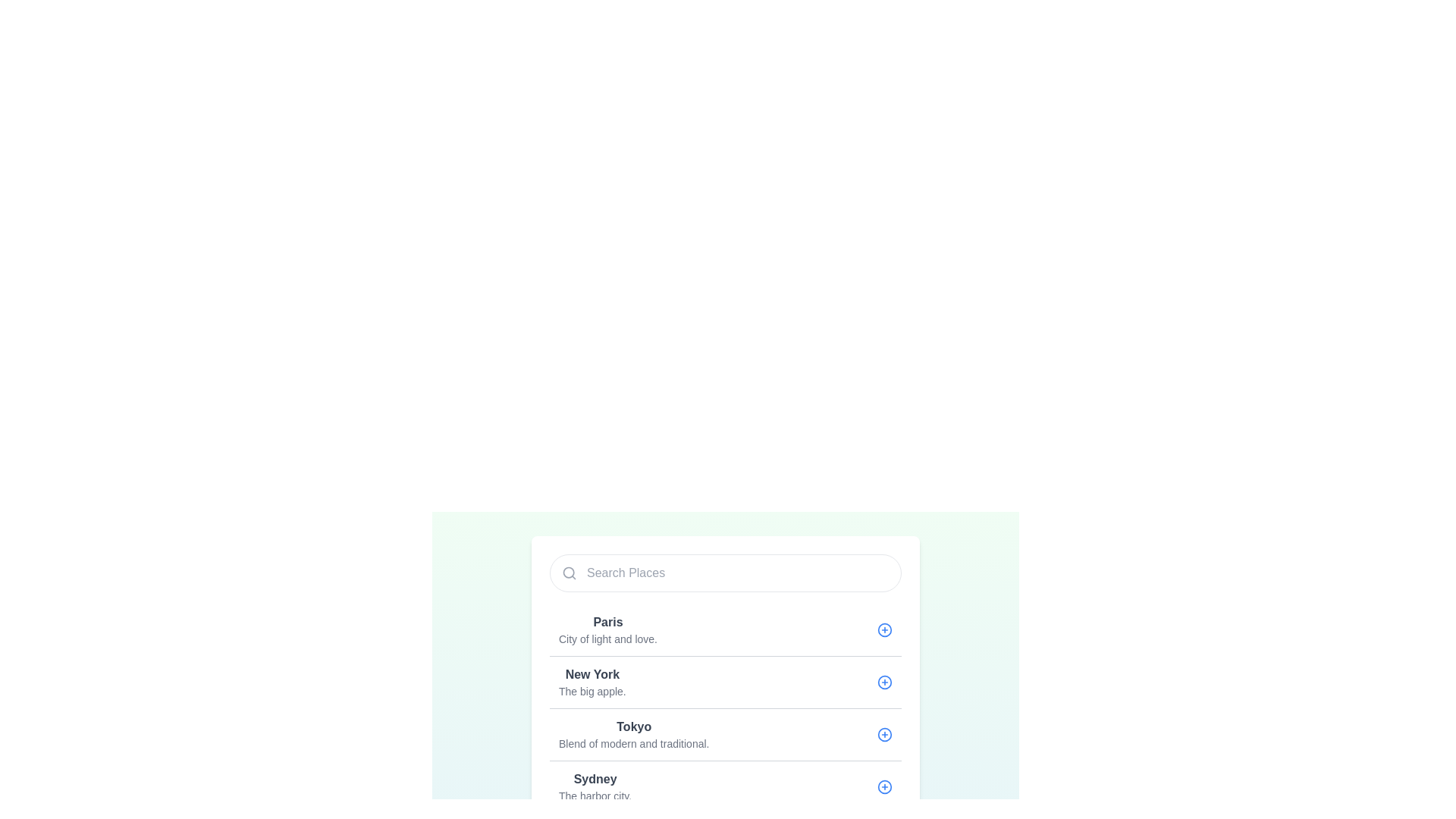  What do you see at coordinates (568, 573) in the screenshot?
I see `the circular search icon located at the far-left of the 'Search Places' input field` at bounding box center [568, 573].